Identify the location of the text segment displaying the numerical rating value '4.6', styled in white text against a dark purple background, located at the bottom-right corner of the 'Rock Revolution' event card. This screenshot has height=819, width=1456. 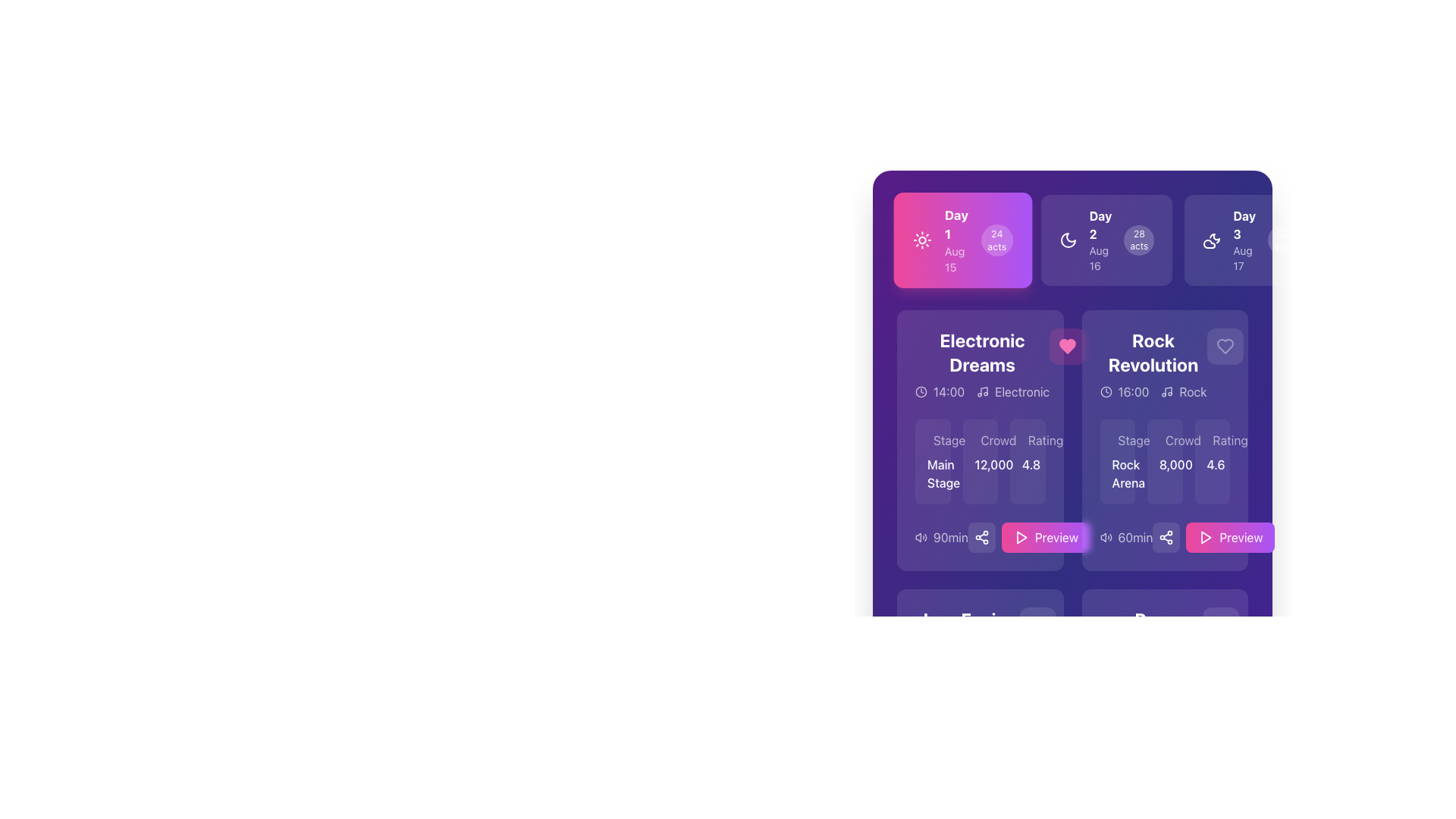
(1211, 461).